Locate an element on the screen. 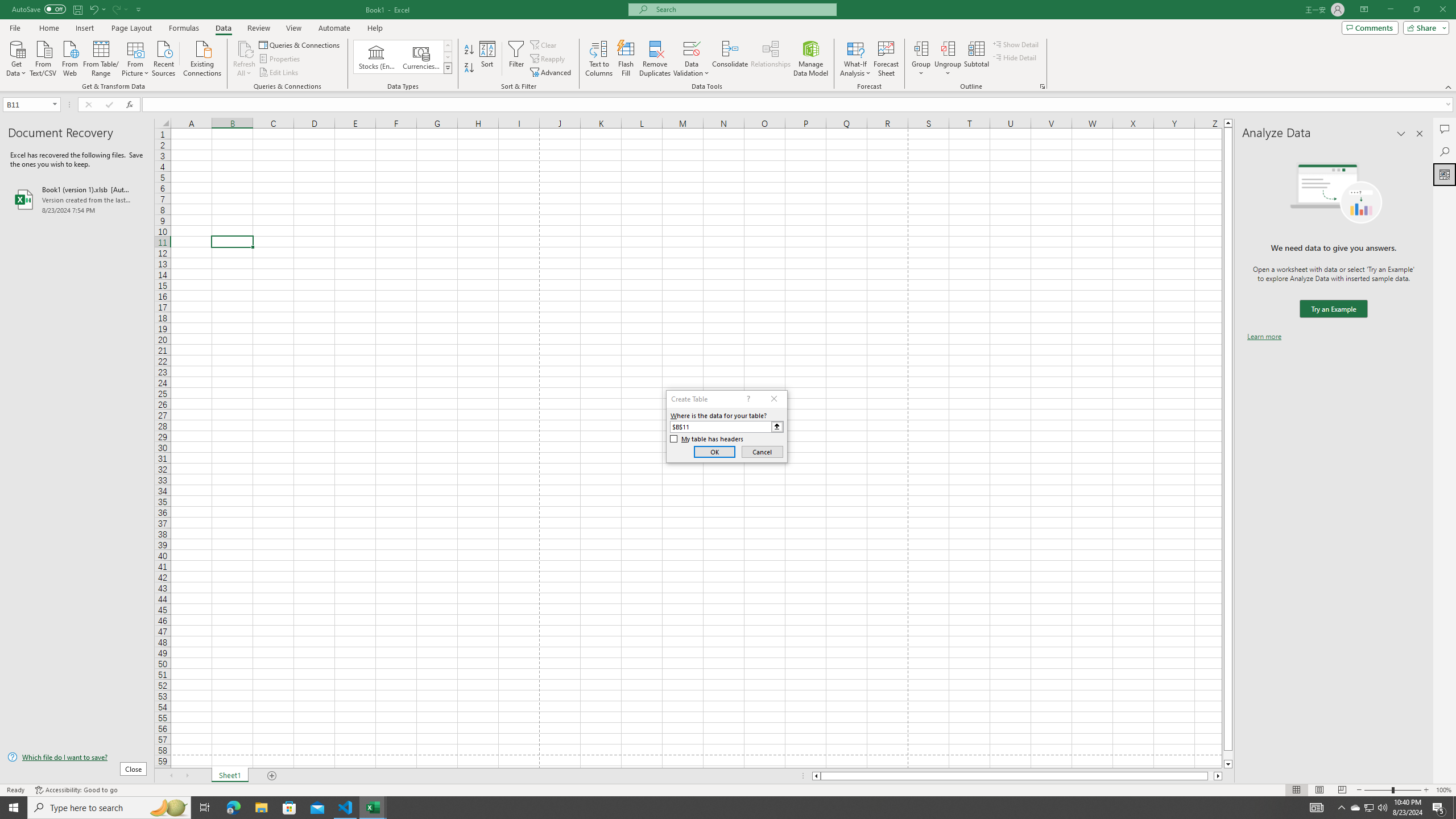 The image size is (1456, 819). 'Collapse the Ribbon' is located at coordinates (1449, 87).